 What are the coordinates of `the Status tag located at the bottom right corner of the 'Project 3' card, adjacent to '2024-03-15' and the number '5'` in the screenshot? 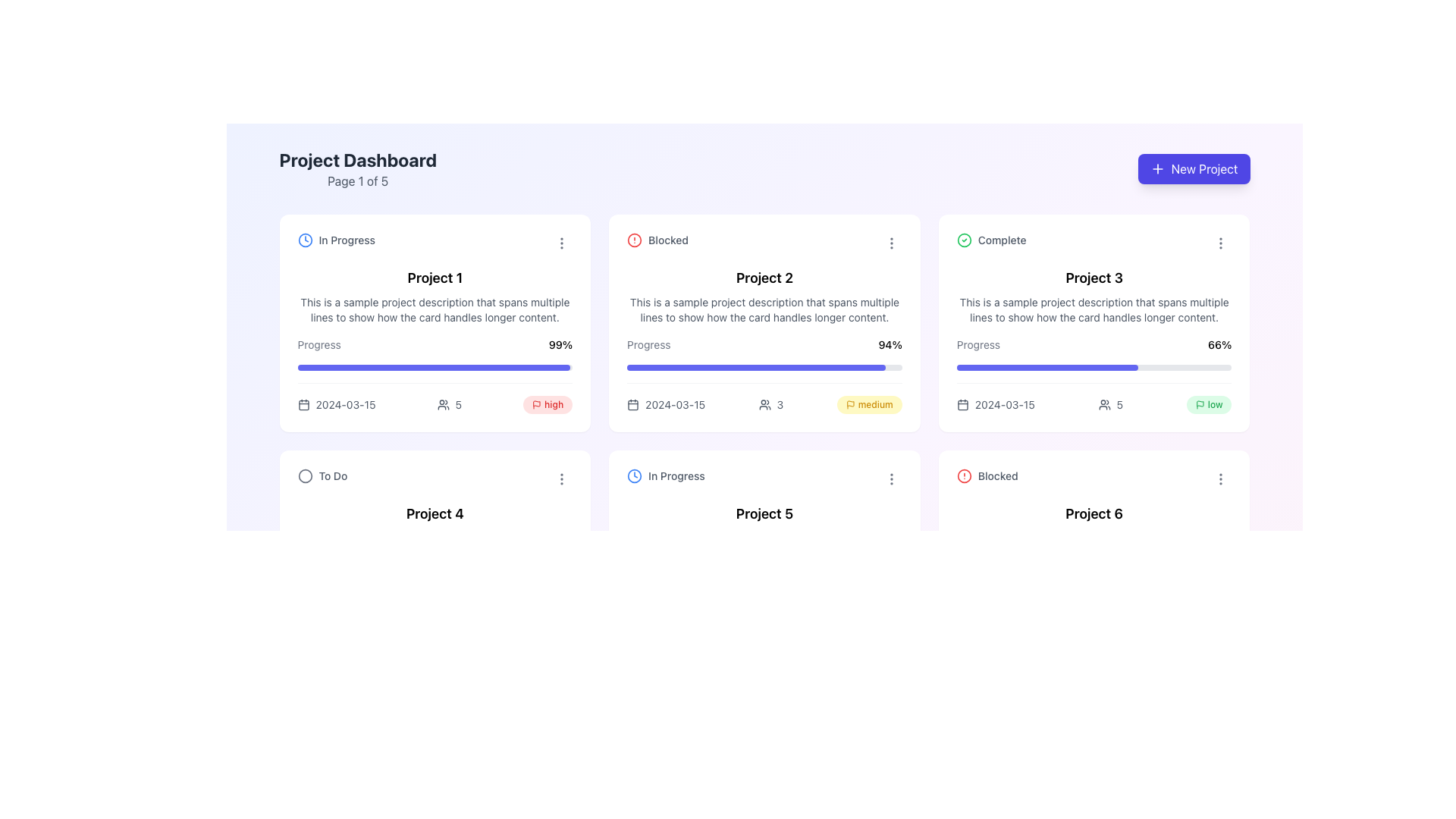 It's located at (1208, 403).